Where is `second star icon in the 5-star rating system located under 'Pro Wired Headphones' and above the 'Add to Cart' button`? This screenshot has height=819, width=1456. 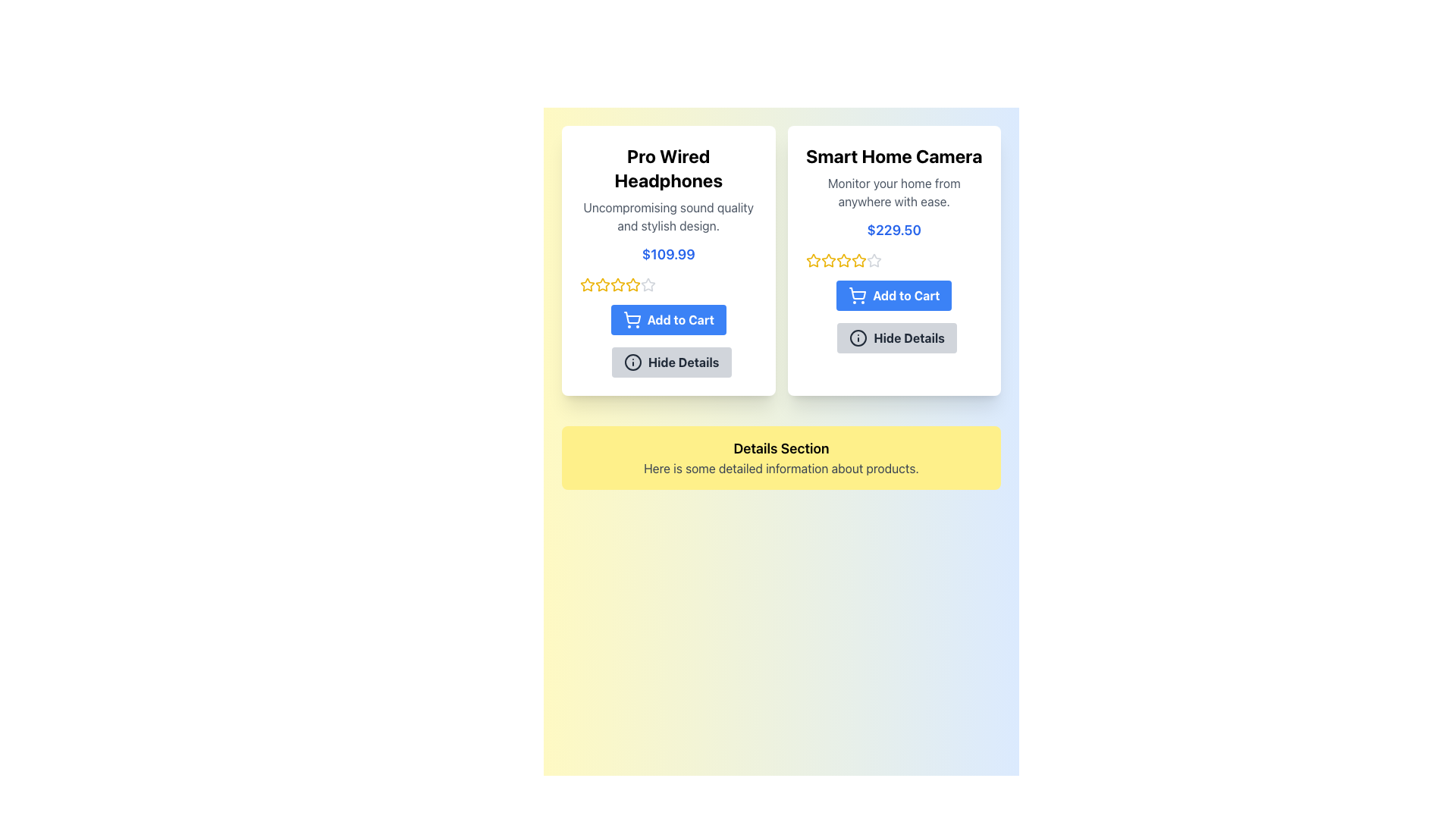
second star icon in the 5-star rating system located under 'Pro Wired Headphones' and above the 'Add to Cart' button is located at coordinates (602, 284).